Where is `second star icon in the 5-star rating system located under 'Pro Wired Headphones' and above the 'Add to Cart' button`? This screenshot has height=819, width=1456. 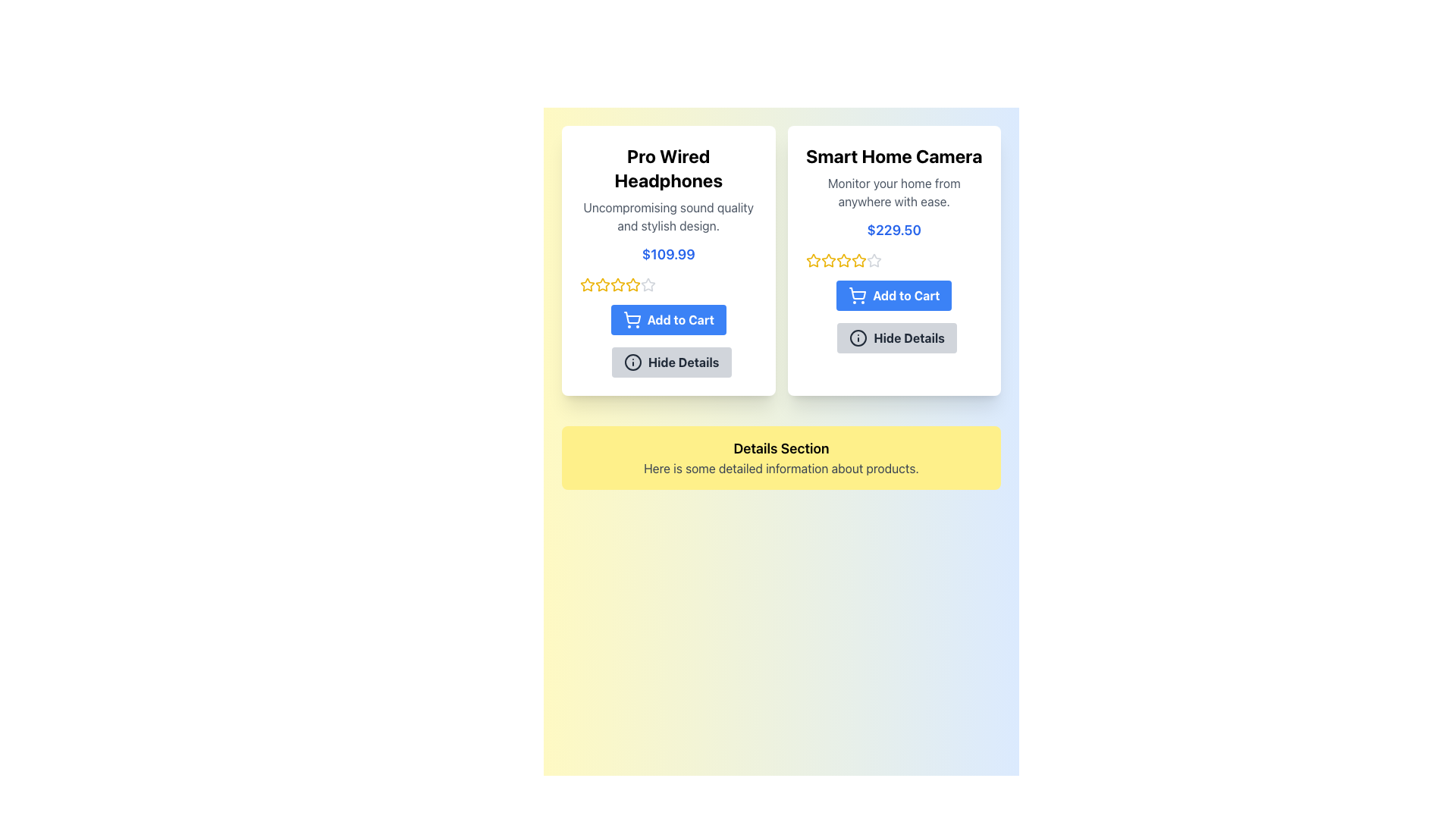
second star icon in the 5-star rating system located under 'Pro Wired Headphones' and above the 'Add to Cart' button is located at coordinates (602, 284).